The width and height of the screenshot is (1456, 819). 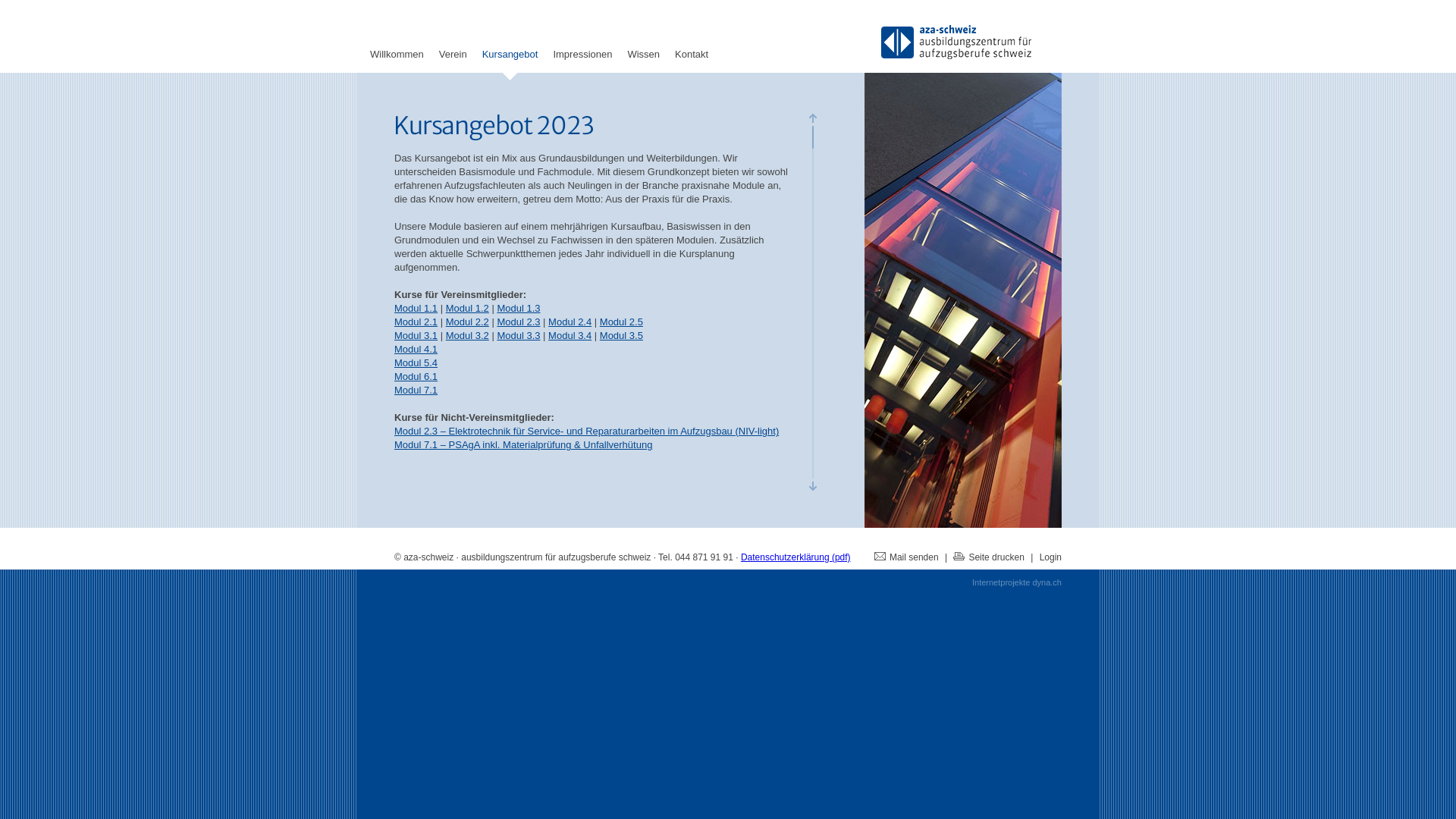 What do you see at coordinates (416, 362) in the screenshot?
I see `'Modul 5.4'` at bounding box center [416, 362].